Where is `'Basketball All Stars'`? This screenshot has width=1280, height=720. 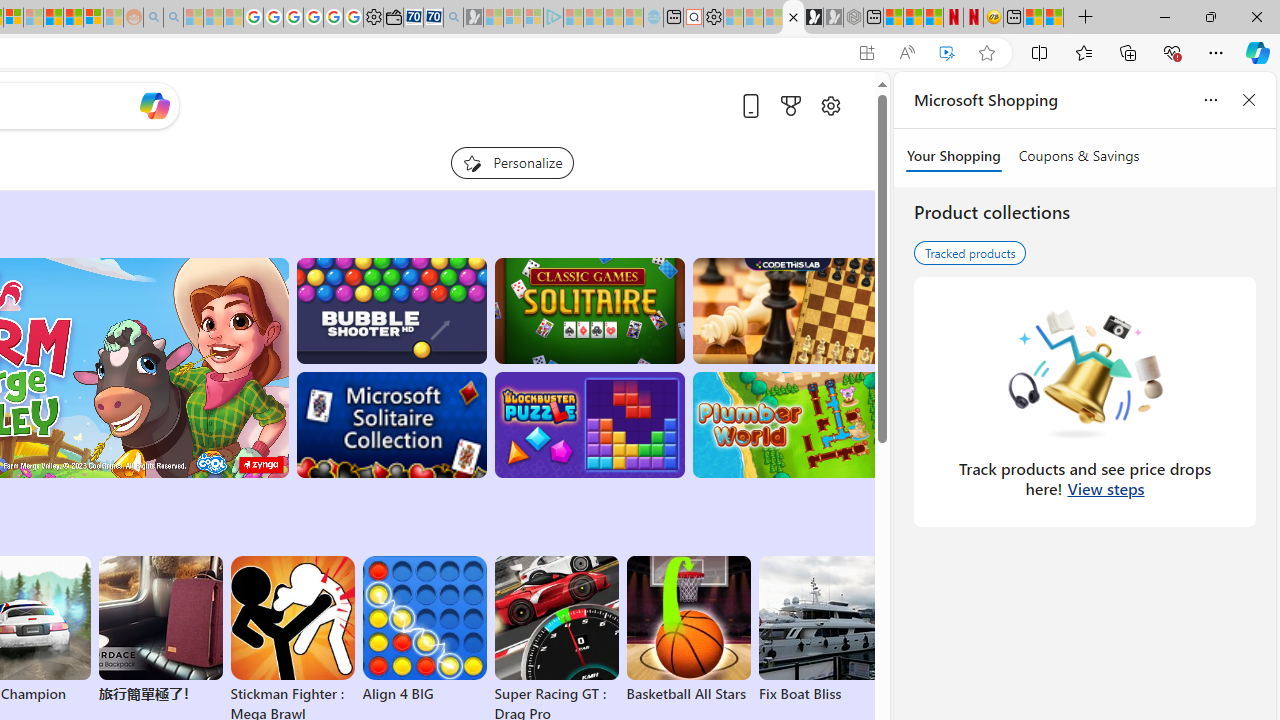 'Basketball All Stars' is located at coordinates (688, 630).